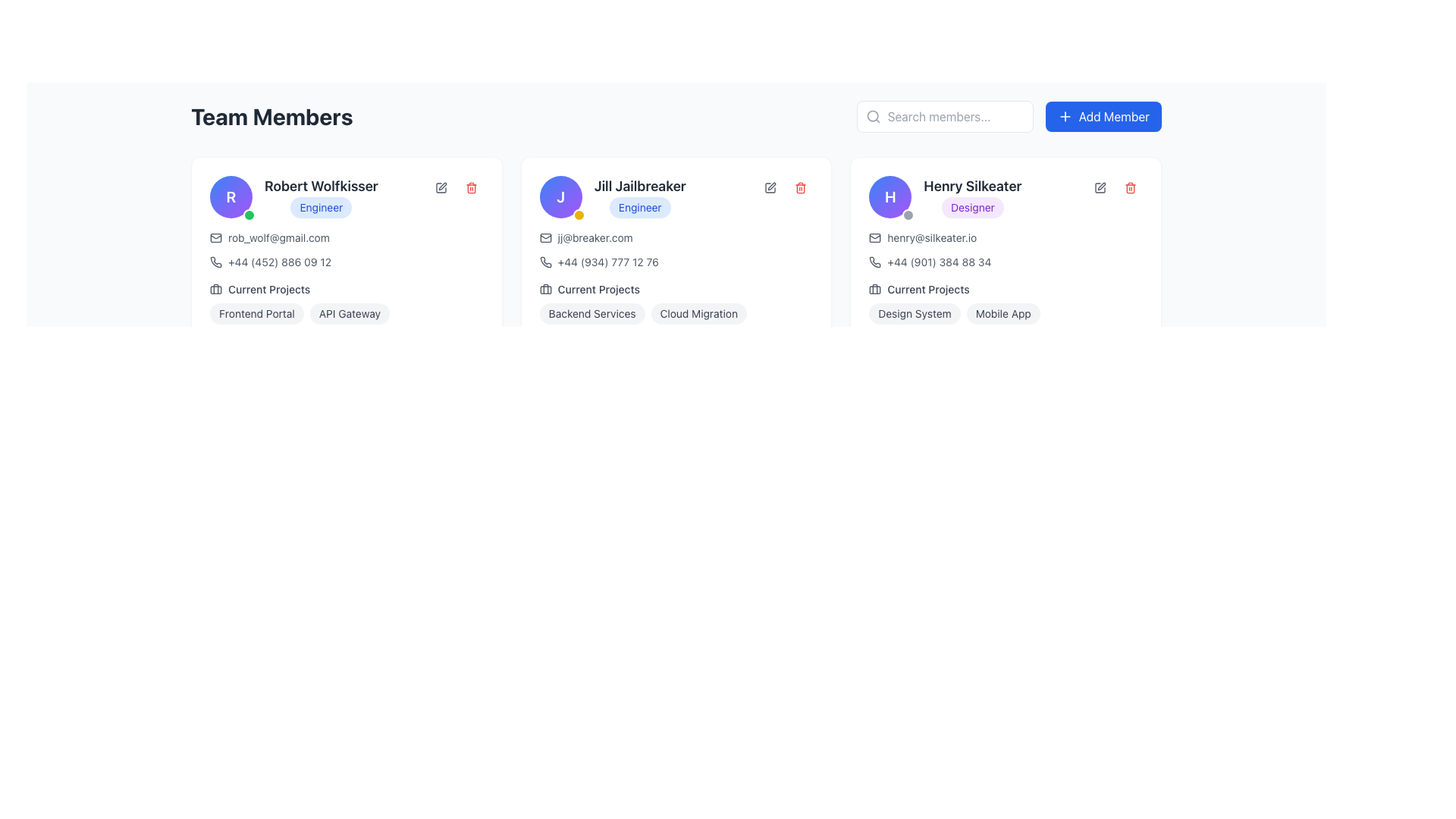 The image size is (1456, 819). Describe the element at coordinates (1003, 312) in the screenshot. I see `the non-interactive label indicating 'Mobile App' associated with user 'Henry Silkeater', located to the right of the 'Design System' tag in the 'Current Projects' section` at that location.